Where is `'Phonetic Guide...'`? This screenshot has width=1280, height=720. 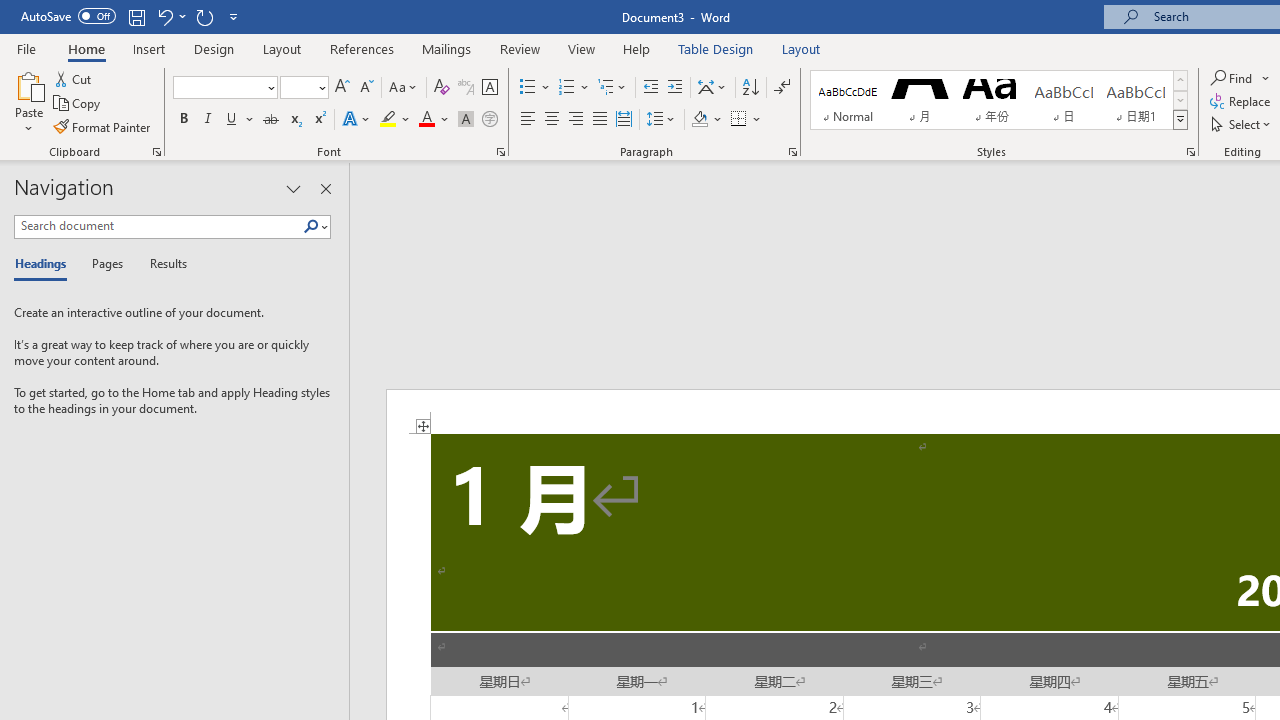
'Phonetic Guide...' is located at coordinates (464, 86).